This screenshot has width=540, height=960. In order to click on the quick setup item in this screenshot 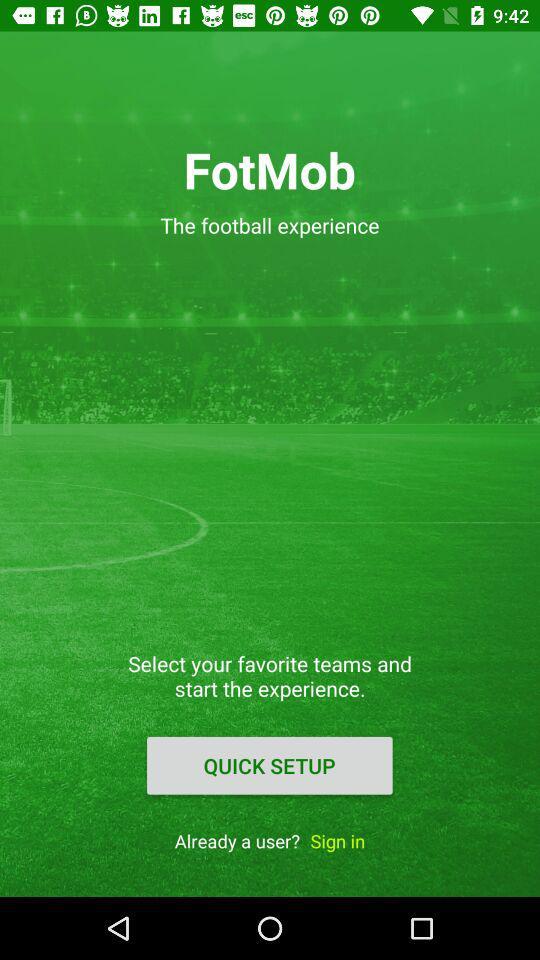, I will do `click(269, 764)`.